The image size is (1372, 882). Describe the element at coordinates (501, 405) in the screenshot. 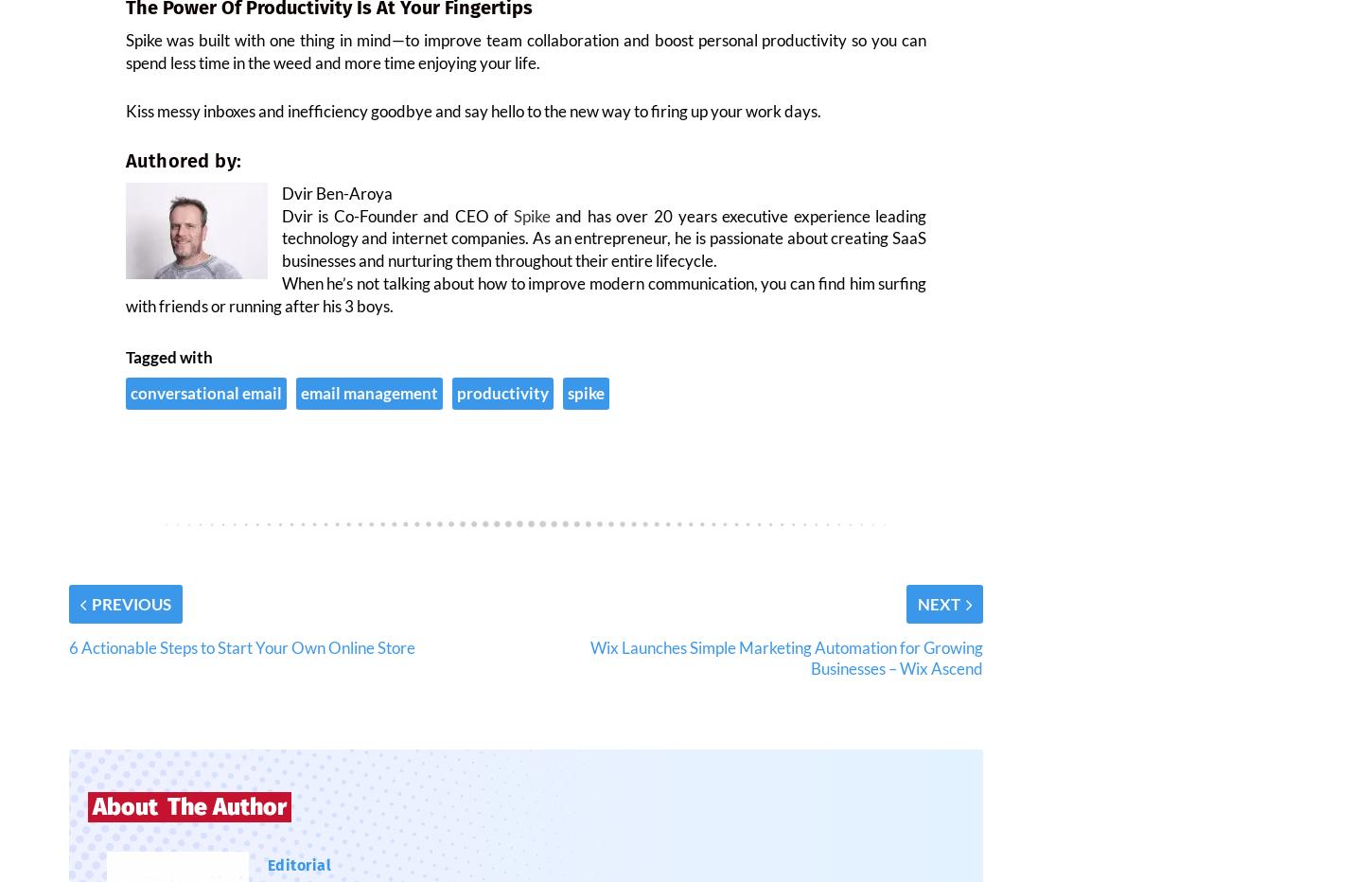

I see `'productivity'` at that location.